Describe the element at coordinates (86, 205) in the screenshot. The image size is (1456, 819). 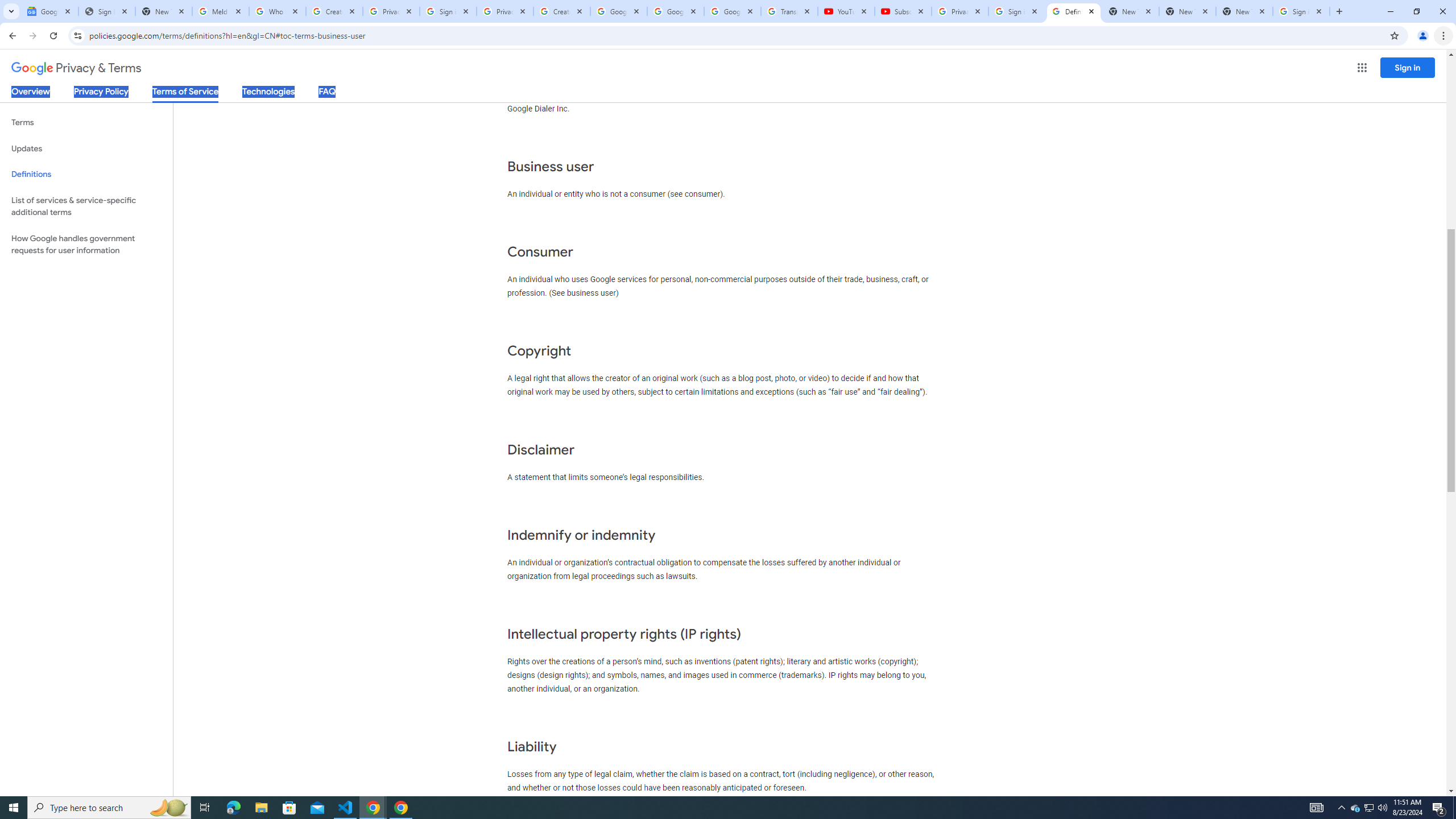
I see `'List of services & service-specific additional terms'` at that location.